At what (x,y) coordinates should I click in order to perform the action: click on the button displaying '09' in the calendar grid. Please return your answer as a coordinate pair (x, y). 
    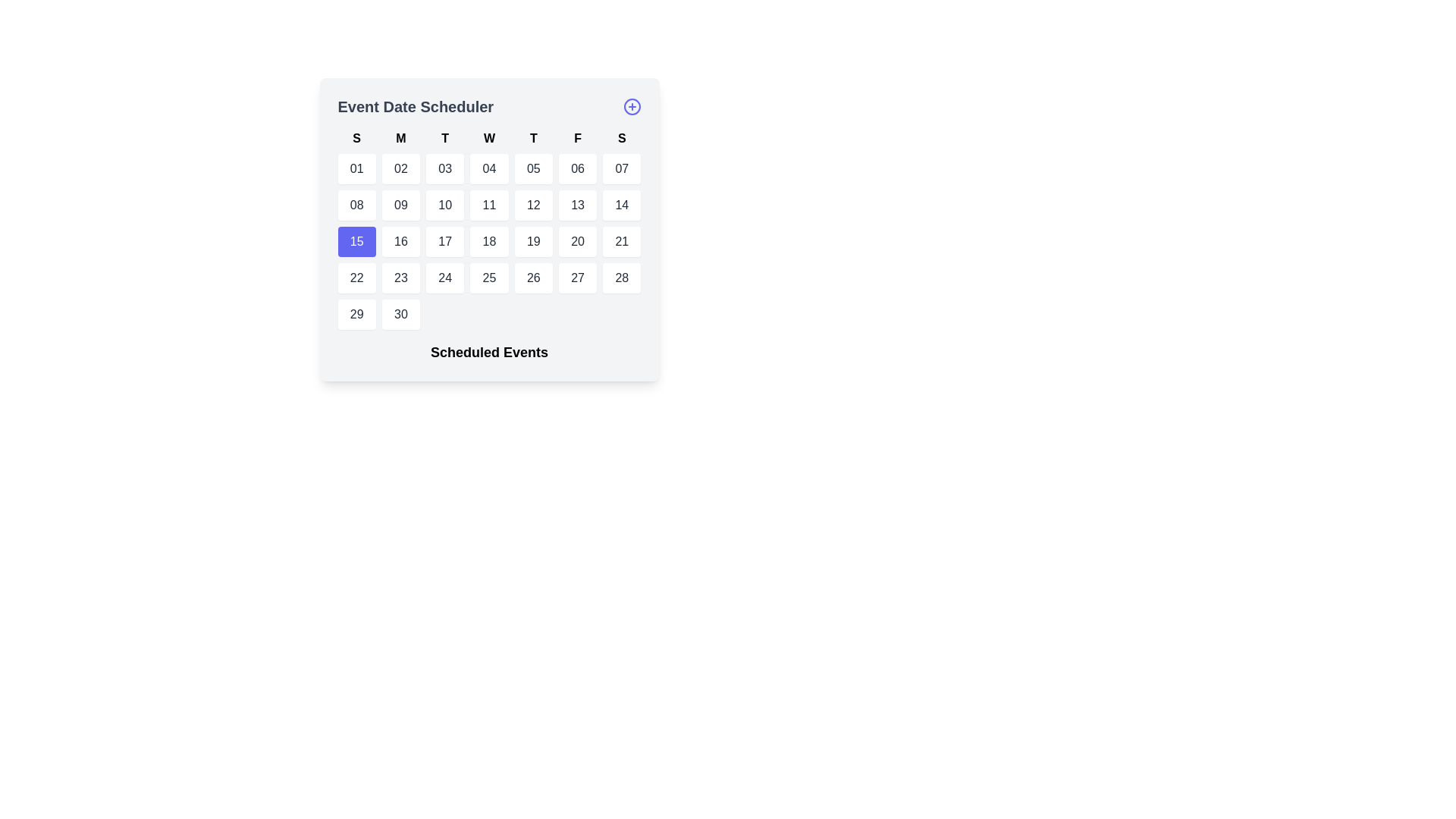
    Looking at the image, I should click on (400, 205).